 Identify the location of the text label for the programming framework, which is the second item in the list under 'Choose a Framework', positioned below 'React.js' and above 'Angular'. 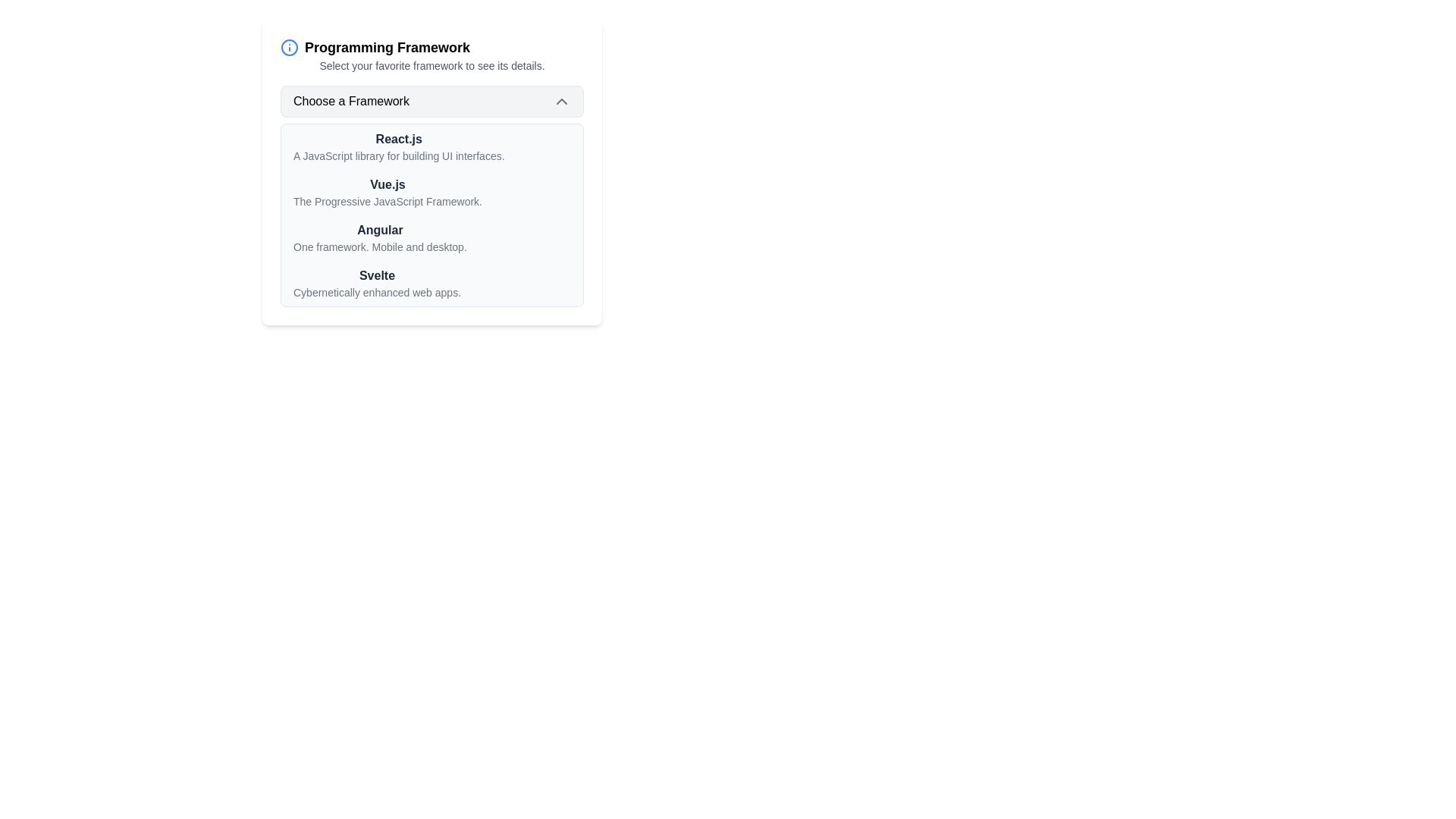
(388, 184).